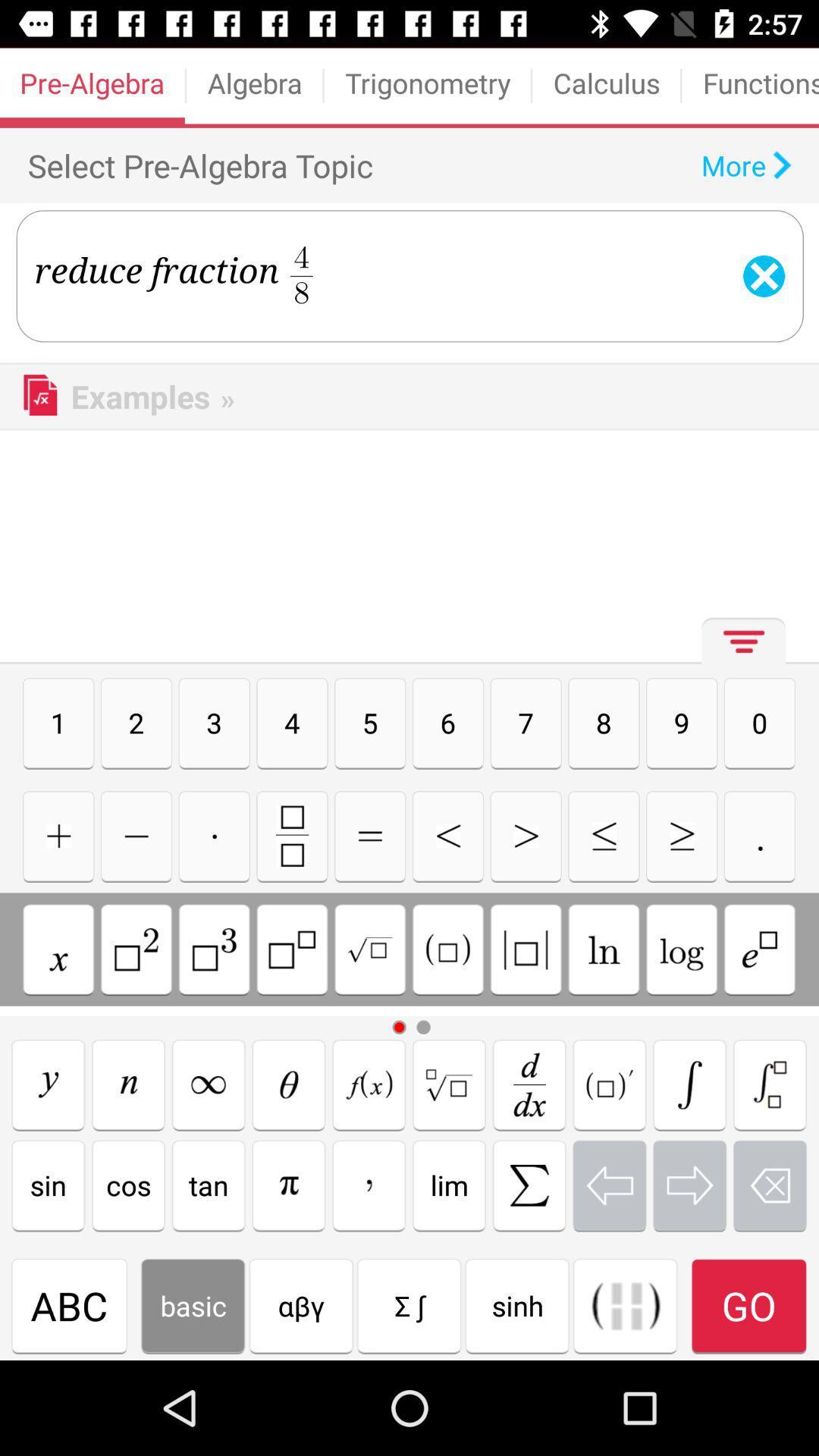 This screenshot has height=1456, width=819. Describe the element at coordinates (626, 1305) in the screenshot. I see `insert parenthesis` at that location.